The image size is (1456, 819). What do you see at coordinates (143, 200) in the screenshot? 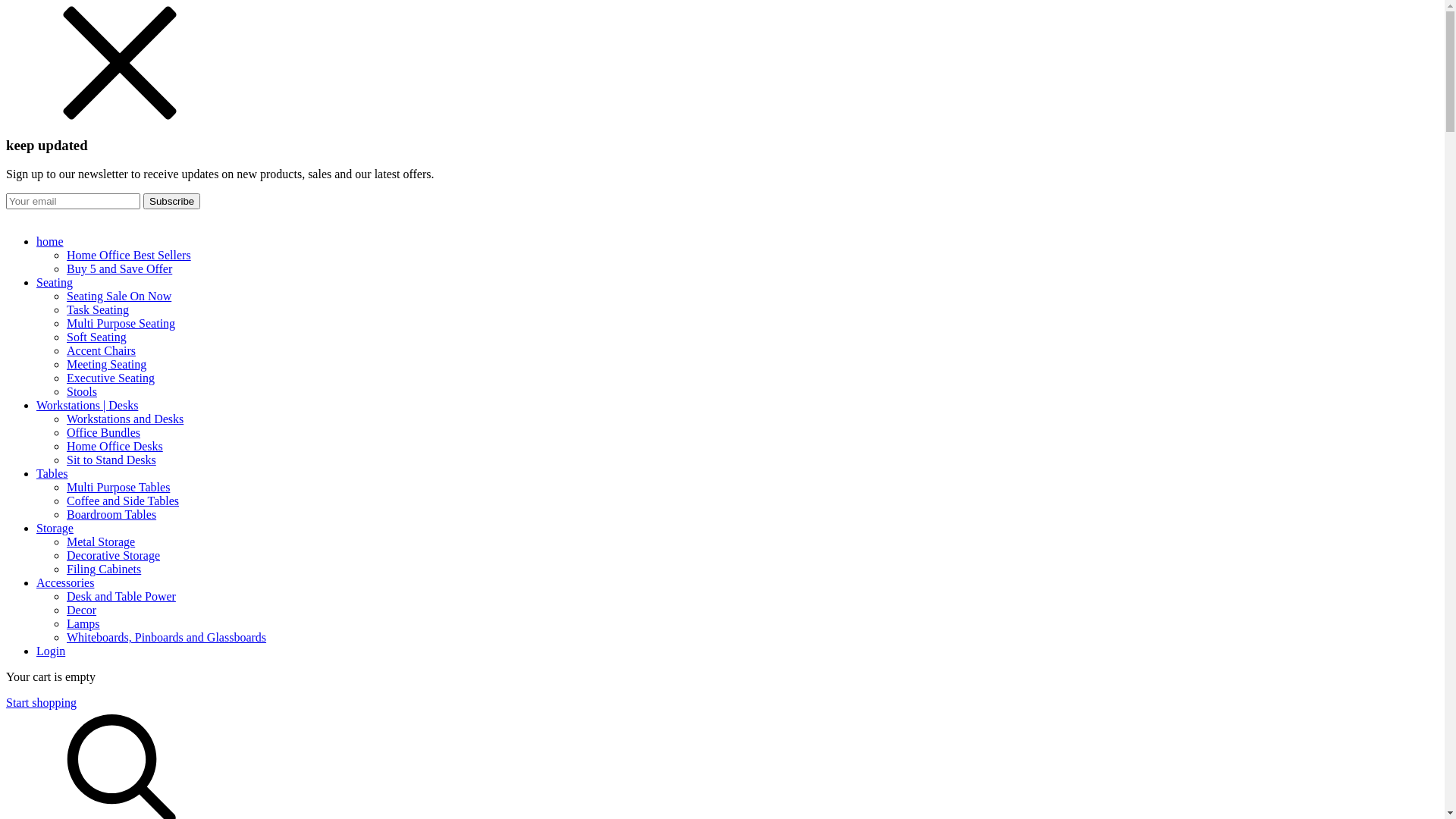
I see `'Subscribe'` at bounding box center [143, 200].